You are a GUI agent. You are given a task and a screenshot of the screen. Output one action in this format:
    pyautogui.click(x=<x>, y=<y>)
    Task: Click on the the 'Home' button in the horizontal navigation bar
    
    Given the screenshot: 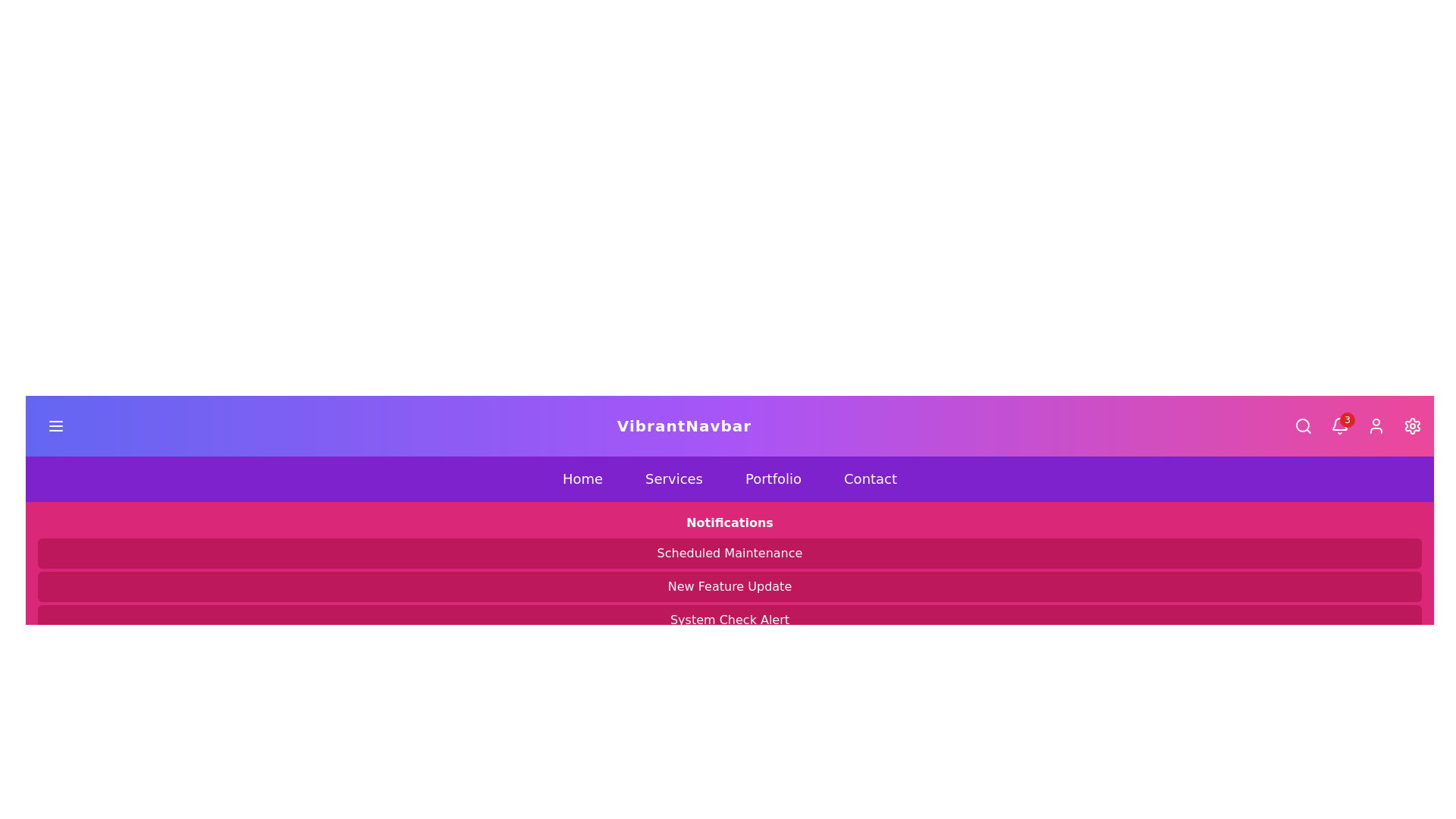 What is the action you would take?
    pyautogui.click(x=582, y=479)
    